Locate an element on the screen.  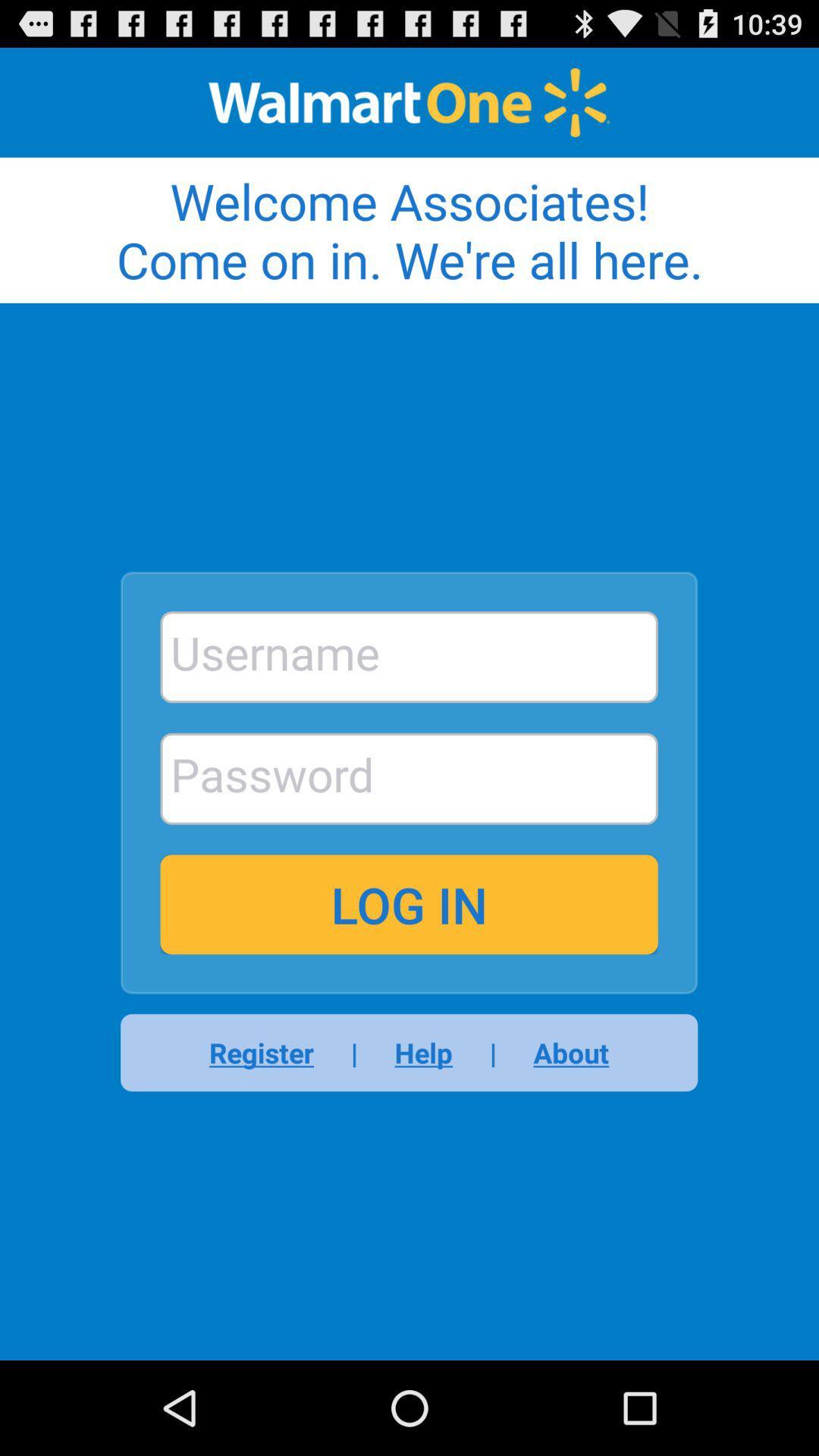
the item to the left of the | app is located at coordinates (271, 1052).